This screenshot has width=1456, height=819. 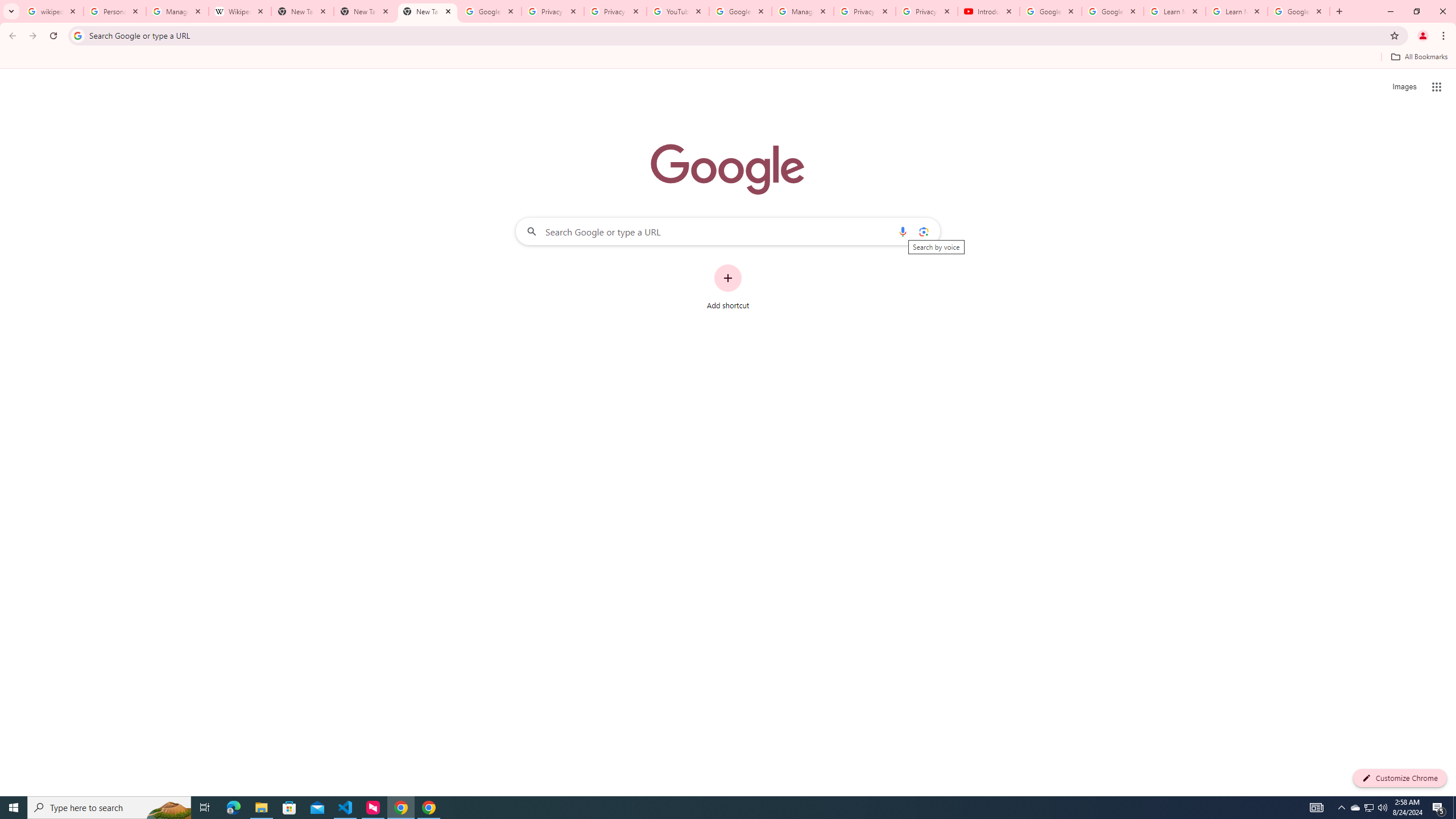 I want to click on 'New Tab', so click(x=427, y=11).